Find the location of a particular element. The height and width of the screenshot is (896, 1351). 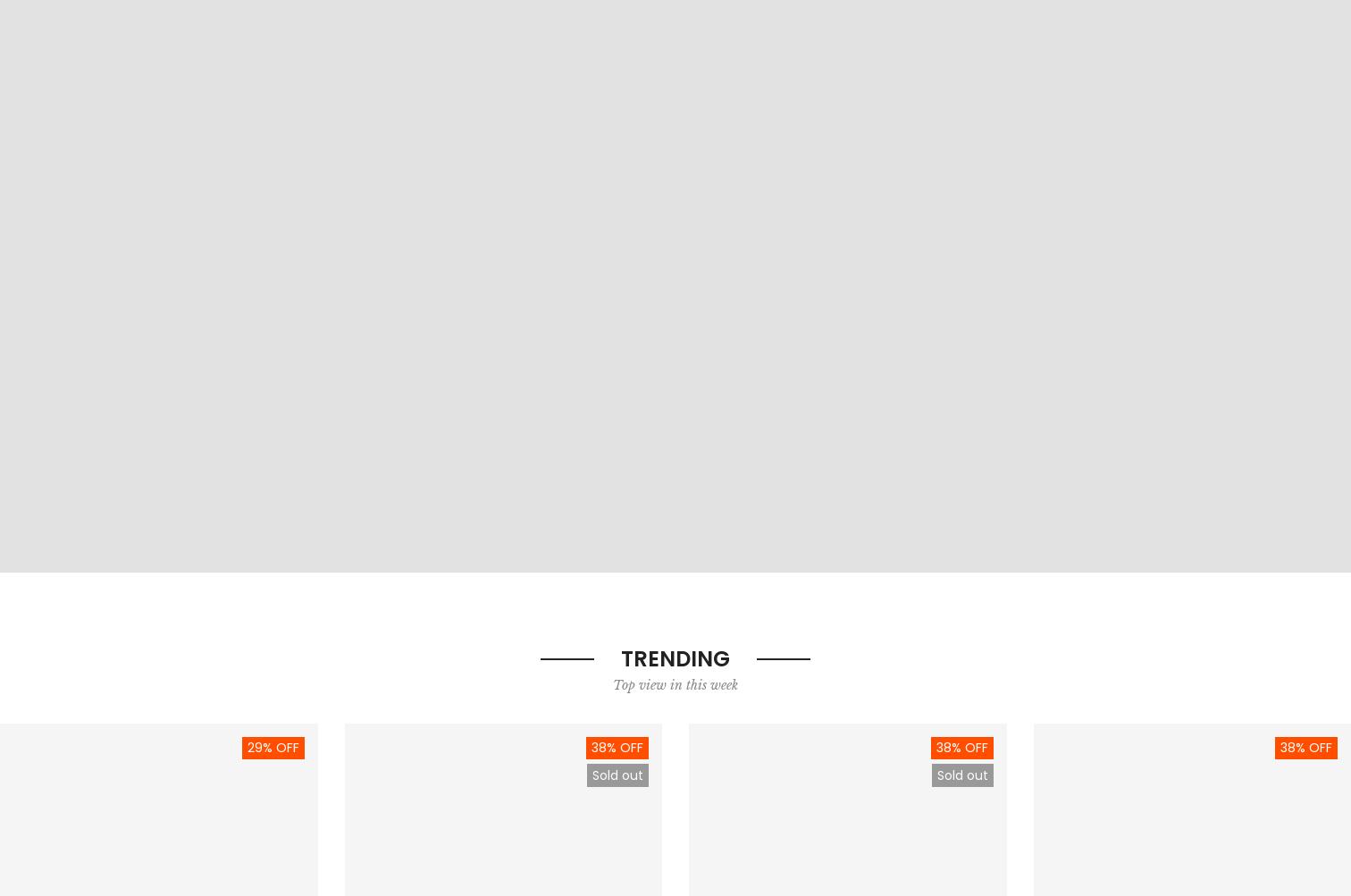

'29% OFF' is located at coordinates (246, 748).